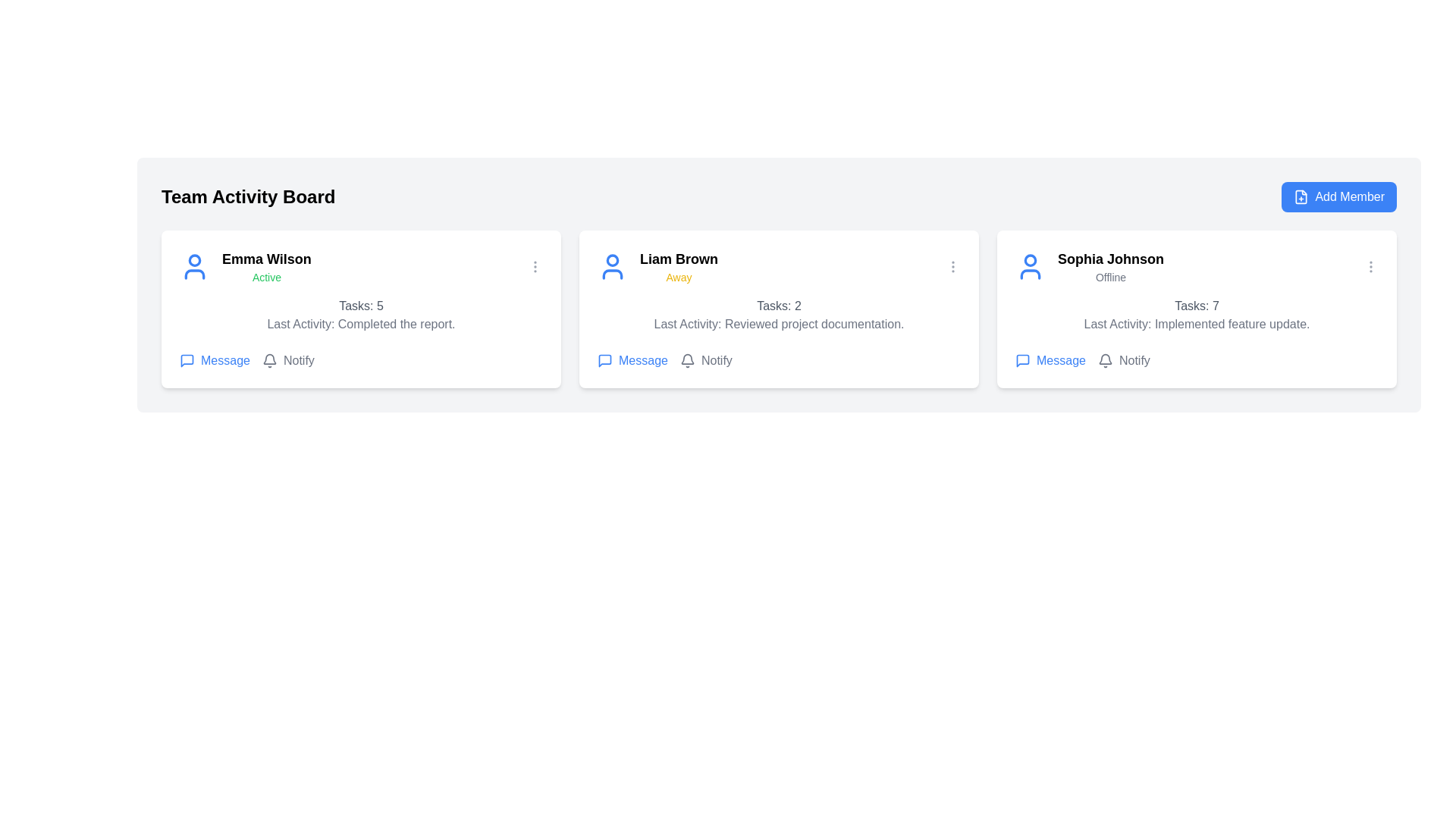 The image size is (1456, 819). Describe the element at coordinates (678, 278) in the screenshot. I see `status text label displaying 'Away' for the individual 'Liam Brown', located below the name in the second card from the left` at that location.